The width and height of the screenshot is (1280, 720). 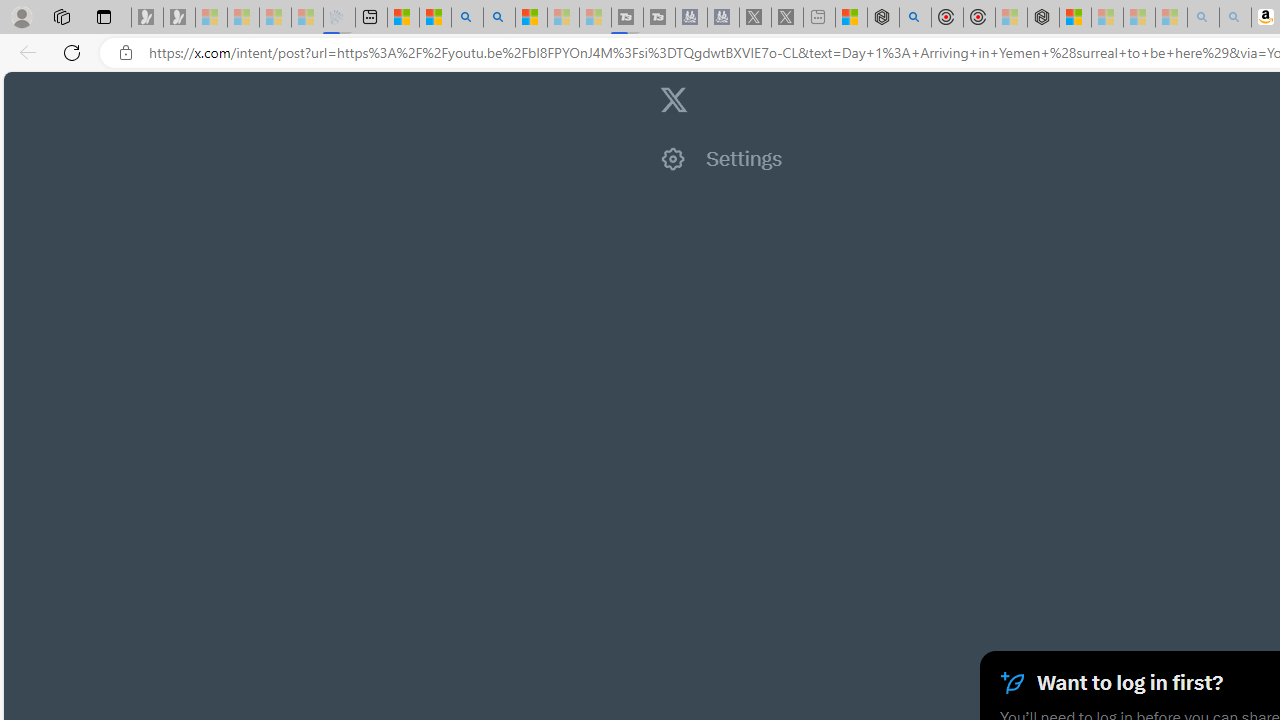 What do you see at coordinates (179, 17) in the screenshot?
I see `'Newsletter Sign Up - Sleeping'` at bounding box center [179, 17].